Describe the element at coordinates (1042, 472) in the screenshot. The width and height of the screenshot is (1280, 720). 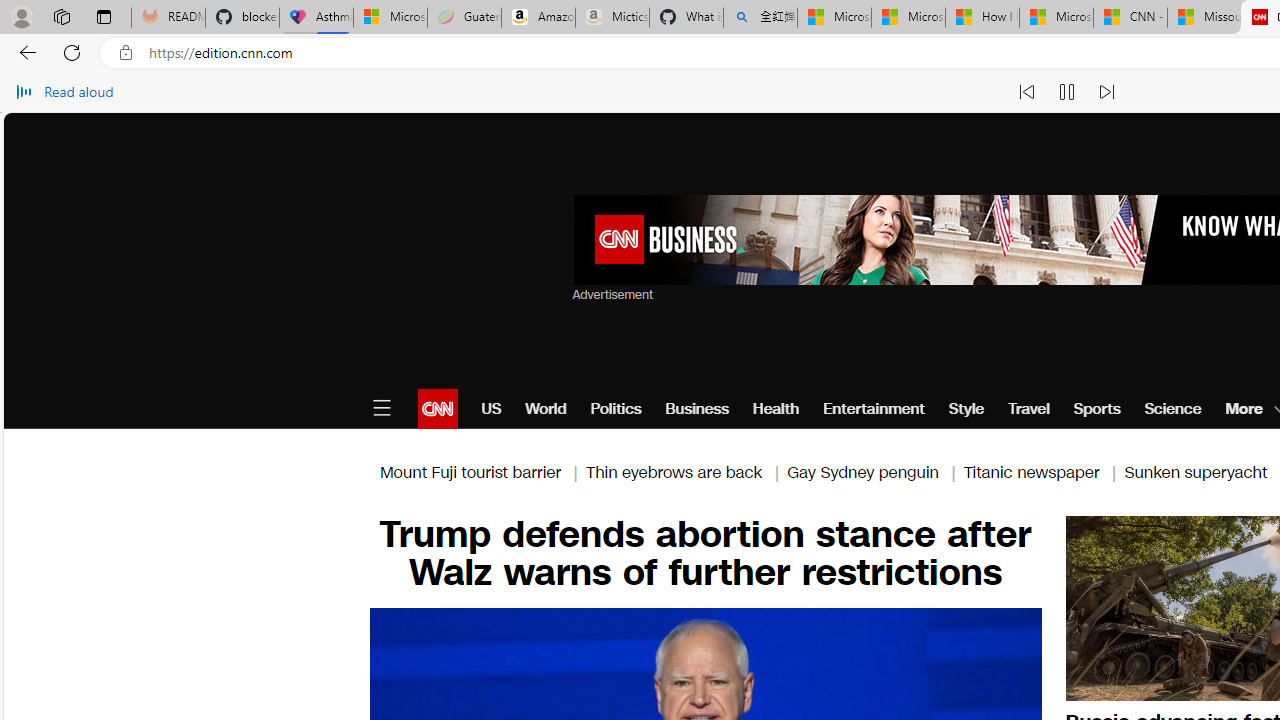
I see `'Titanic newspaper |'` at that location.